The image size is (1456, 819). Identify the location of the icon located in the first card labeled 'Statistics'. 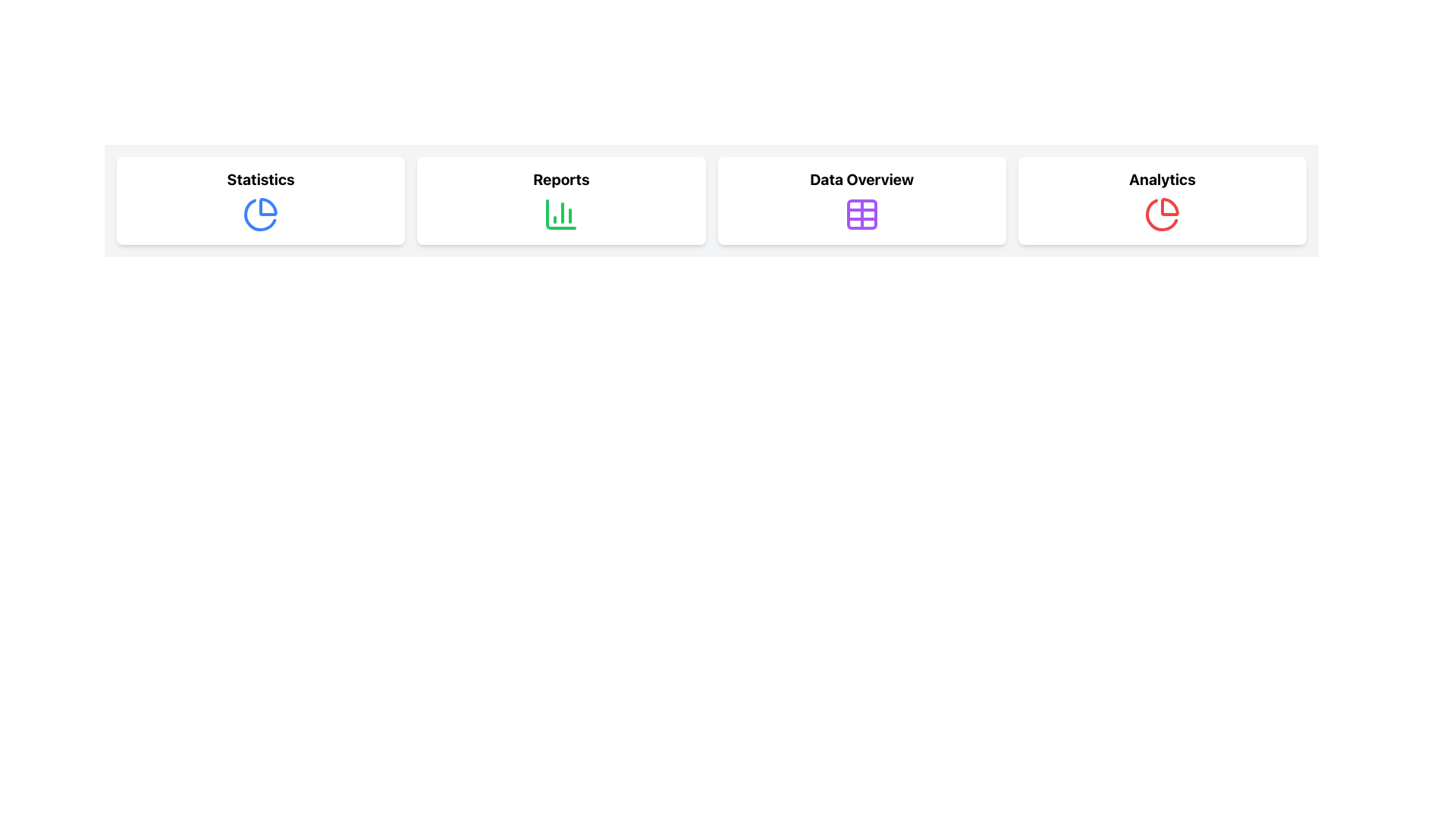
(261, 214).